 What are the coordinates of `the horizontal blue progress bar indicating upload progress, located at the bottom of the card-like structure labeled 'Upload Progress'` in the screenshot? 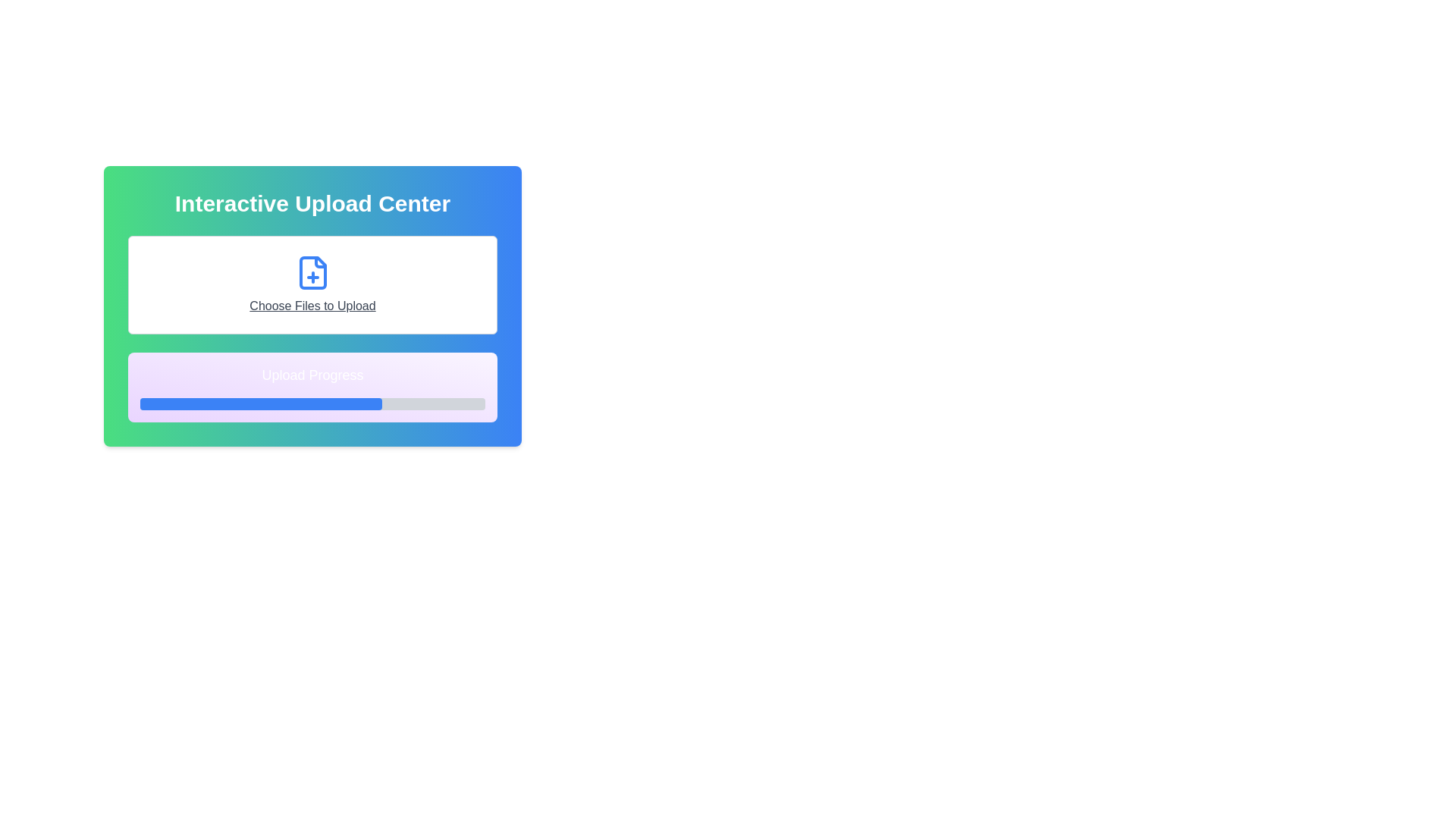 It's located at (261, 403).